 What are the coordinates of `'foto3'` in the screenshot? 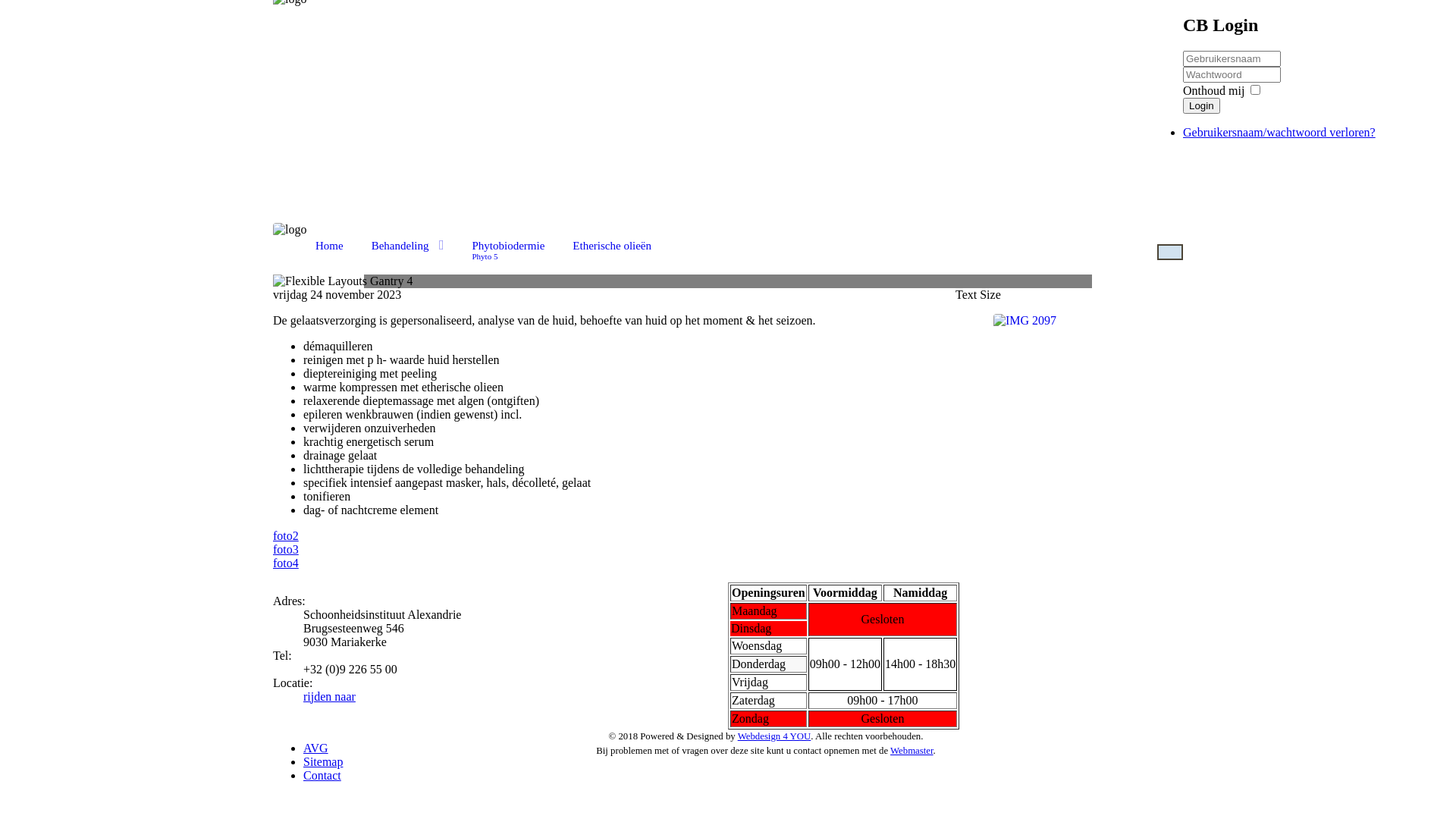 It's located at (273, 549).